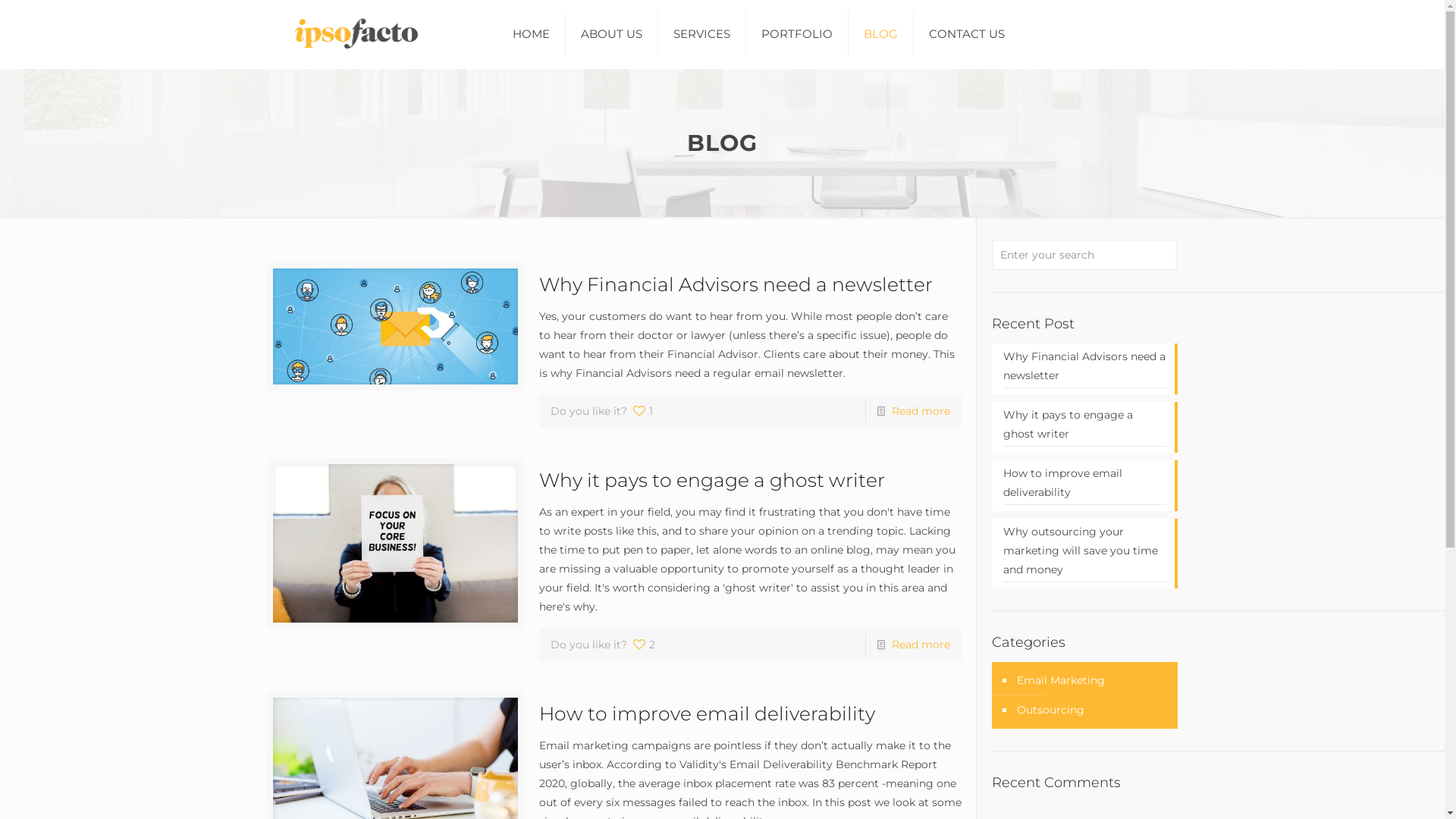 The height and width of the screenshot is (819, 1456). I want to click on 'SERVICES', so click(701, 34).